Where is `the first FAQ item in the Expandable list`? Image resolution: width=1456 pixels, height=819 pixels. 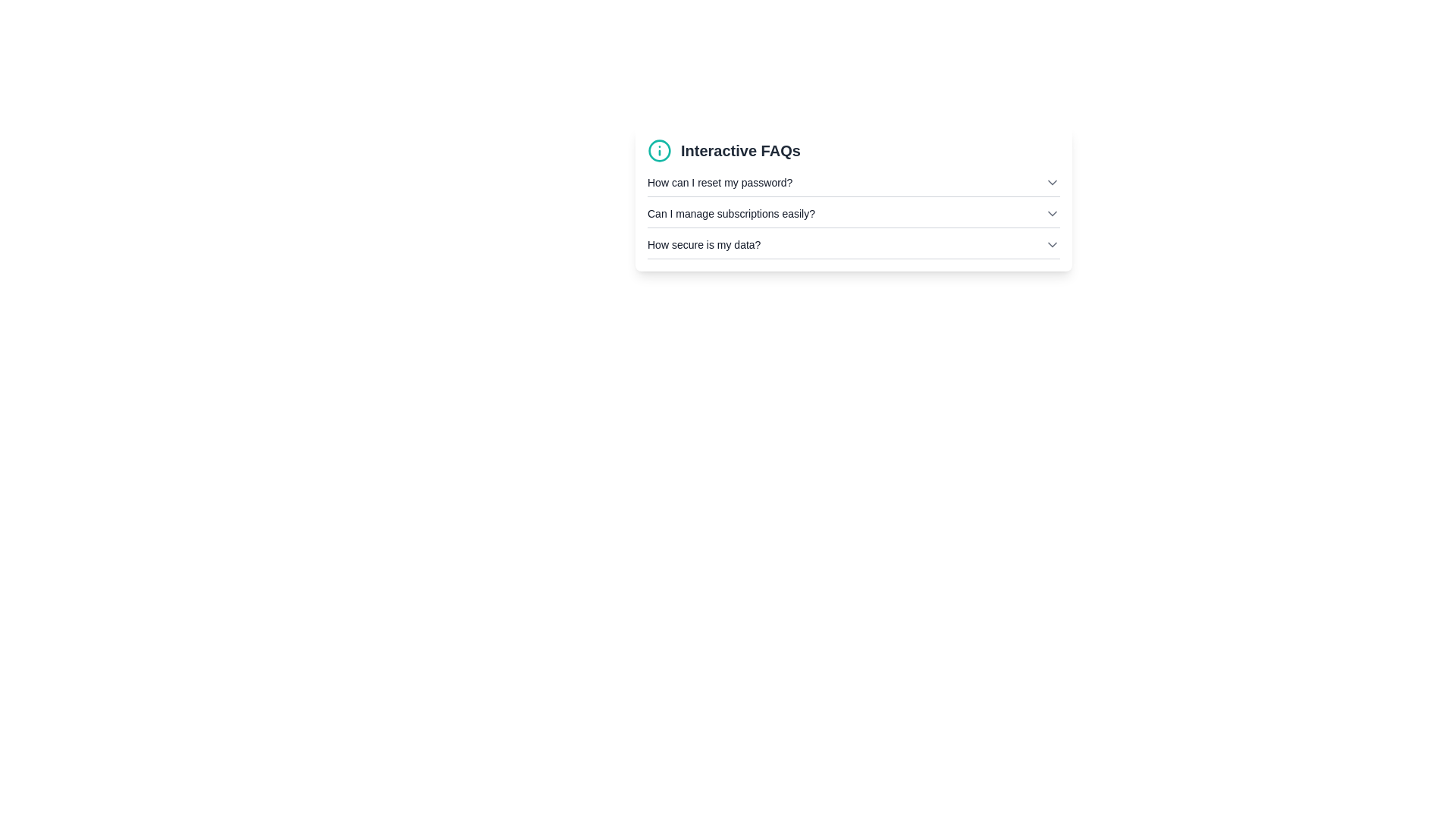
the first FAQ item in the Expandable list is located at coordinates (854, 185).